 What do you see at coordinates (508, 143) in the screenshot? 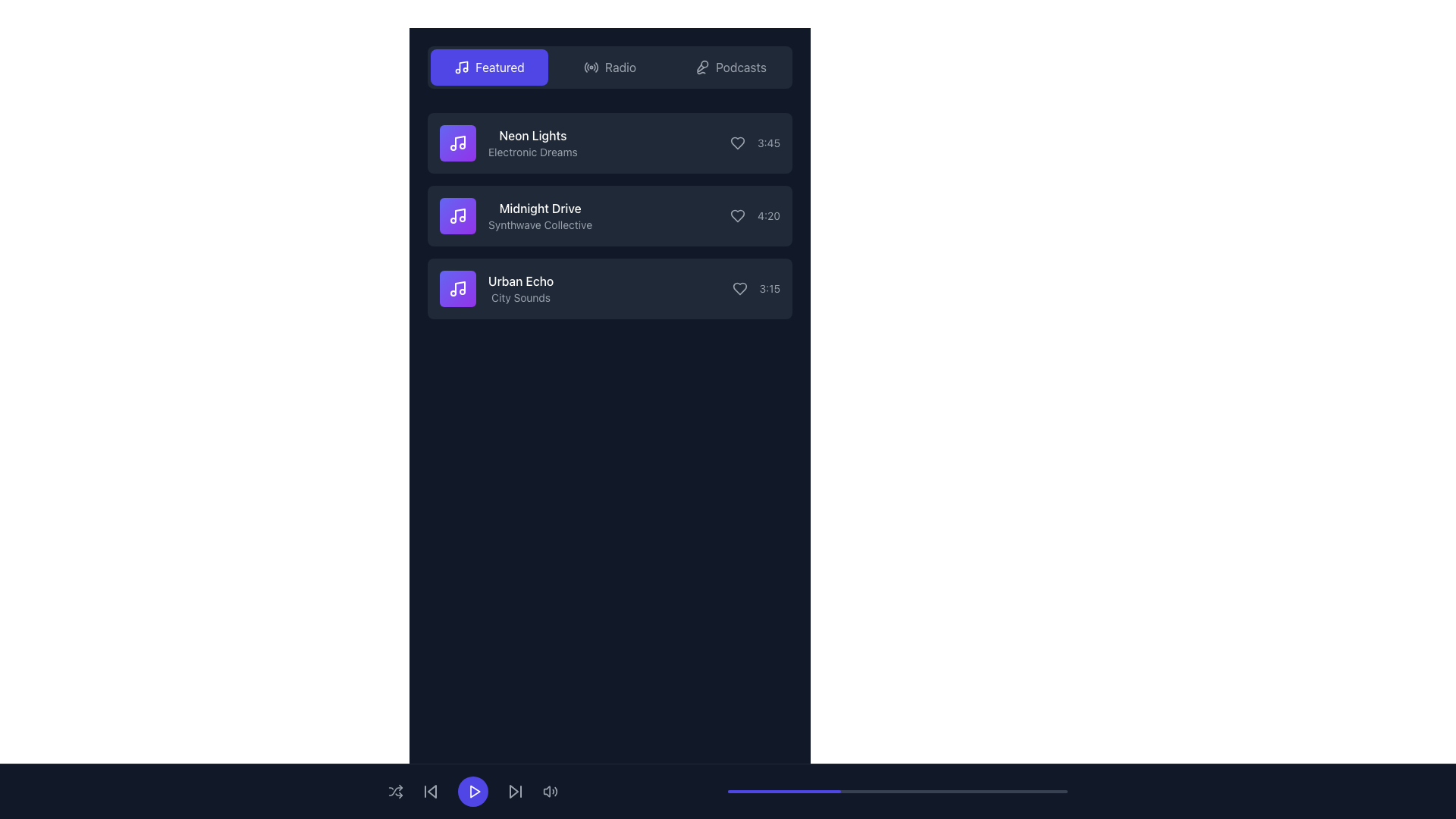
I see `the first item in the vertical list of music entries, which displays 'Neon Lights' in white and 'Electronic Dreams' in gray, with a purple music note icon to the left` at bounding box center [508, 143].